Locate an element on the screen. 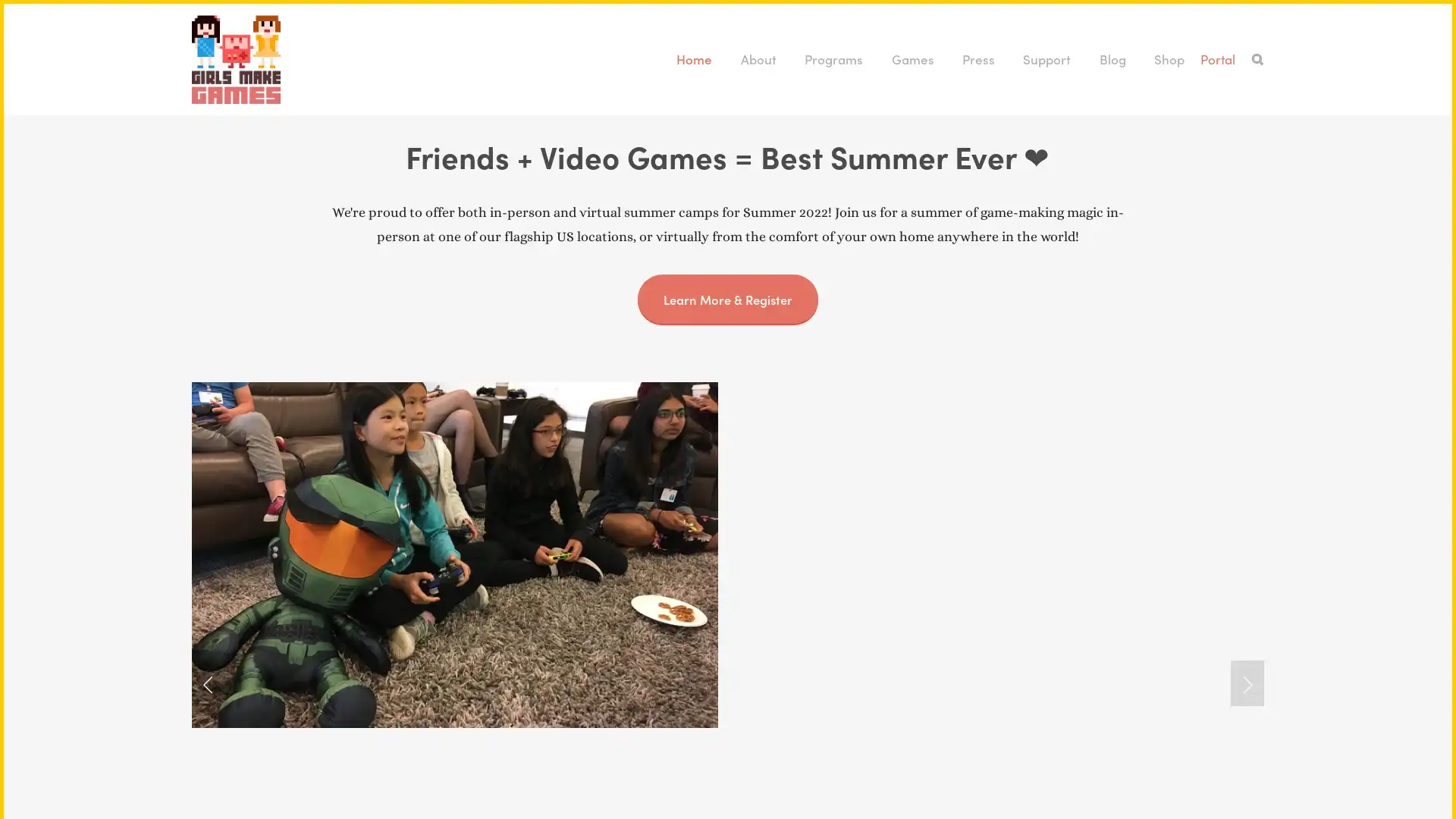 This screenshot has height=819, width=1456. Next Slide is located at coordinates (1247, 683).